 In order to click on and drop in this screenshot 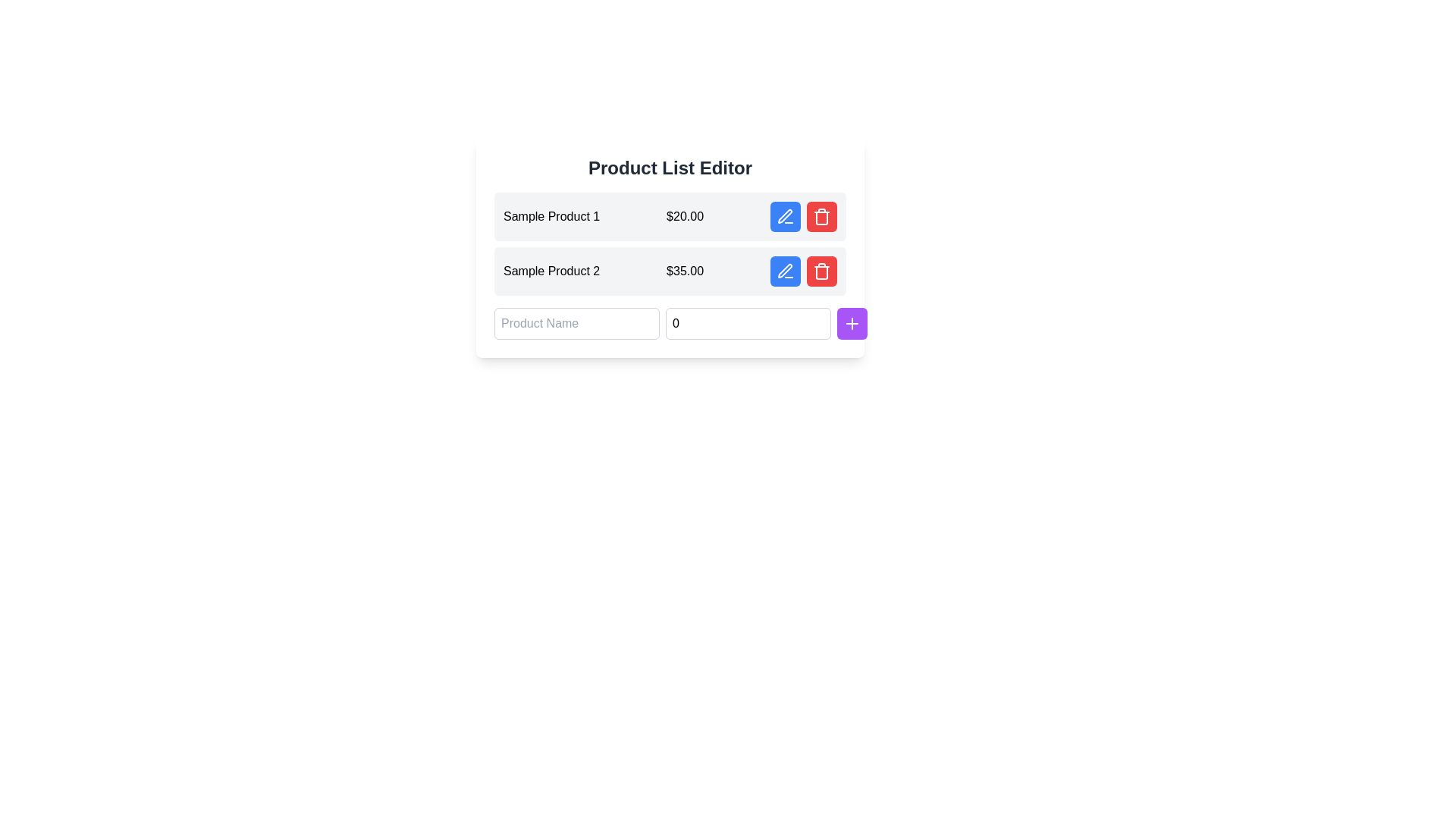, I will do `click(669, 243)`.